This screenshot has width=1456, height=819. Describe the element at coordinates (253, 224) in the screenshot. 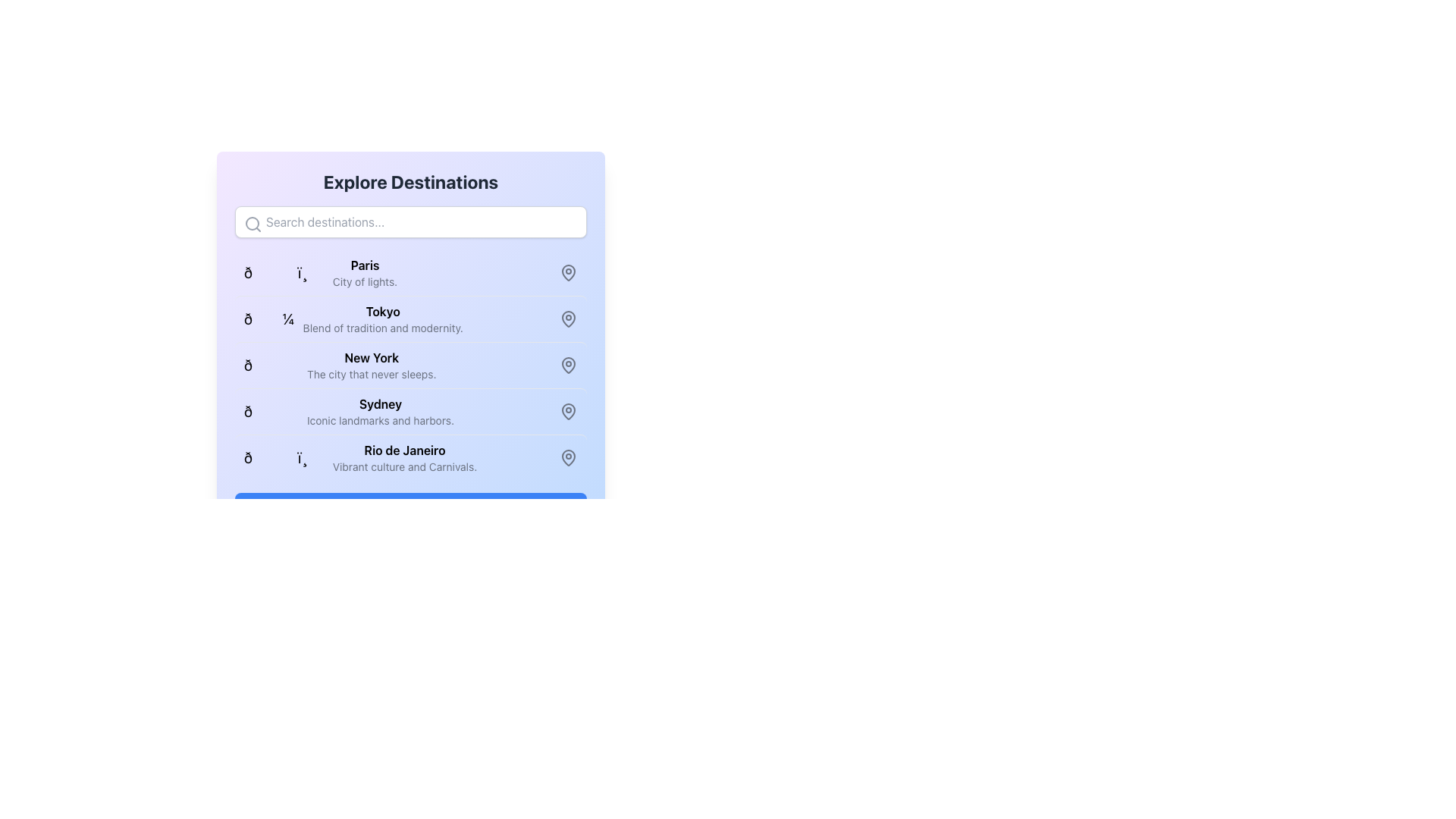

I see `the magnifying glass icon located inside the search input field labeled 'Search destinations...' to initiate a search action` at that location.